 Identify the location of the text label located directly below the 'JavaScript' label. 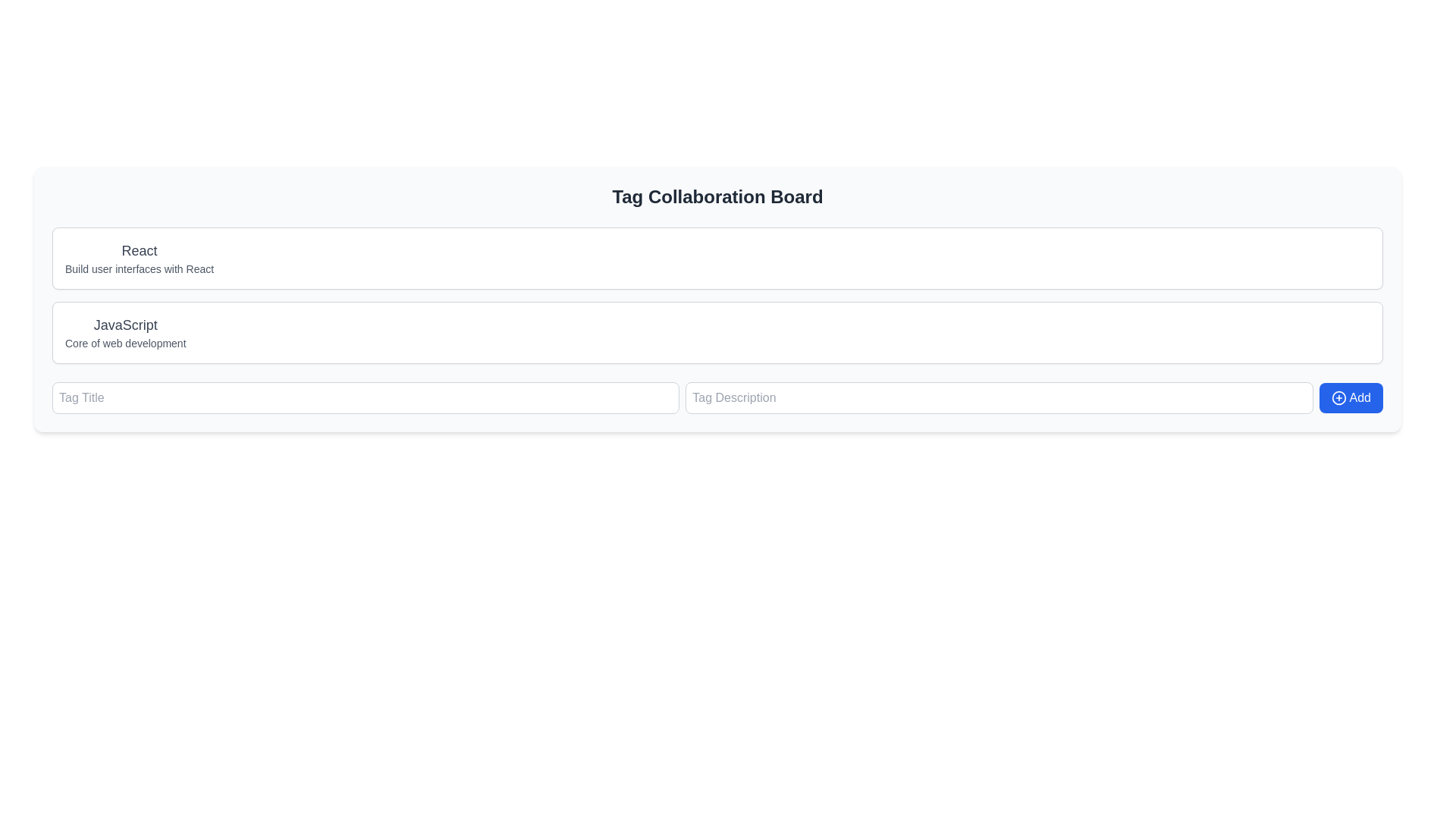
(125, 343).